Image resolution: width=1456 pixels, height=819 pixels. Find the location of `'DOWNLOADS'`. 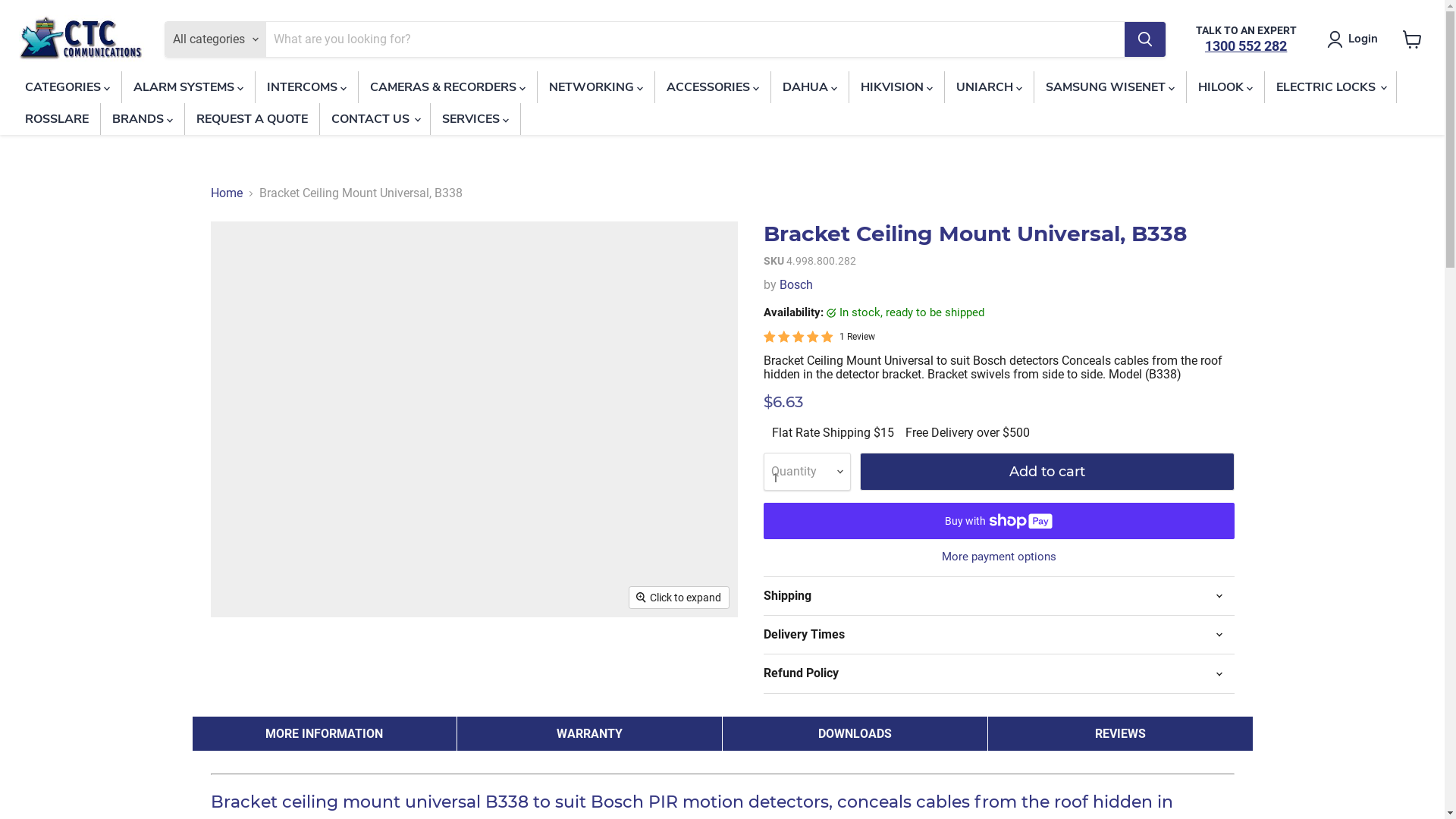

'DOWNLOADS' is located at coordinates (855, 733).